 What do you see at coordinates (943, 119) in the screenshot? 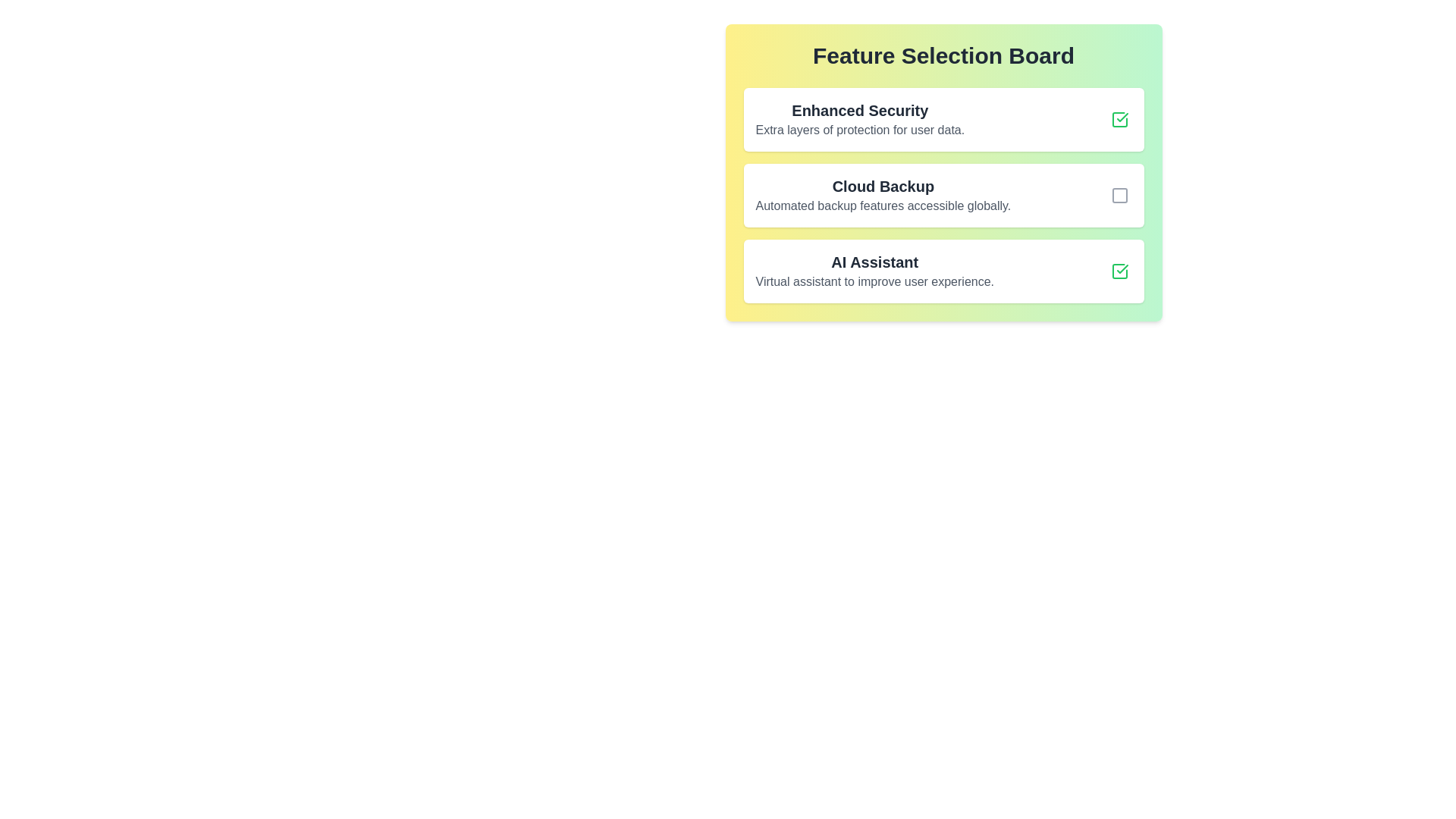
I see `the 'Enhanced Security' list item with selection indicator` at bounding box center [943, 119].